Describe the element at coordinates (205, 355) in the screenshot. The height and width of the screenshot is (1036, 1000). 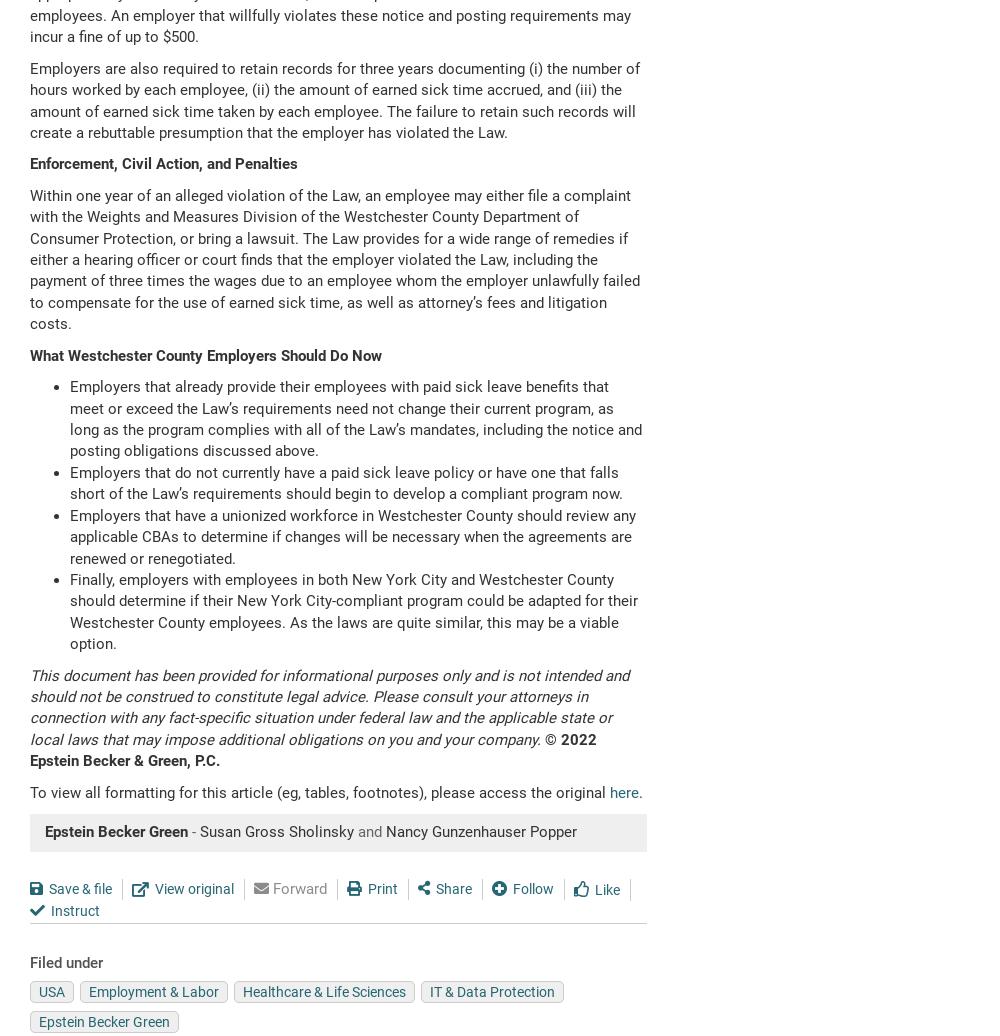
I see `'What Westchester County Employers Should Do Now'` at that location.